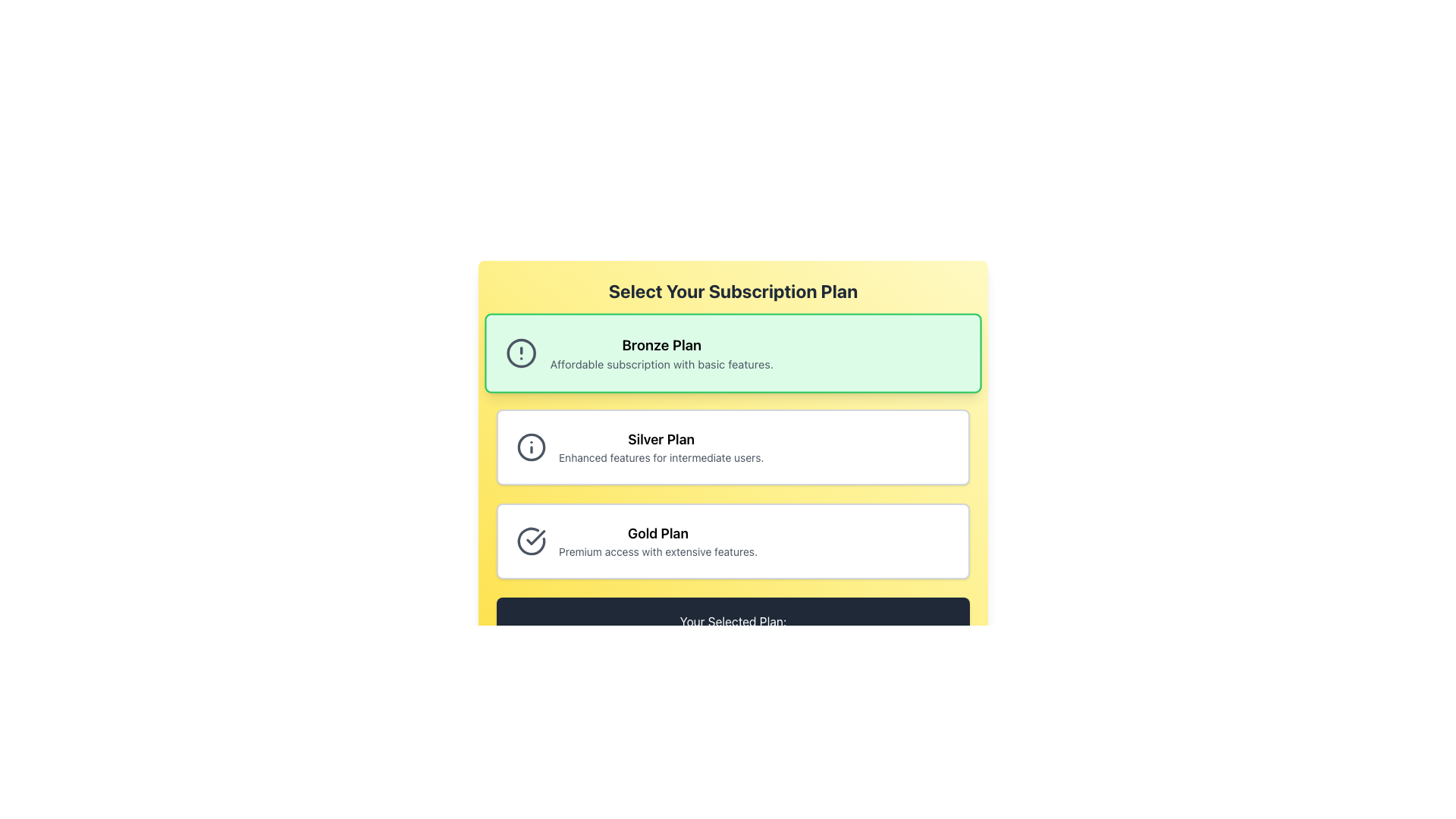  I want to click on the title text for the intermediate-level subscription plan, which is positioned in the second card of subscription options, so click(661, 439).